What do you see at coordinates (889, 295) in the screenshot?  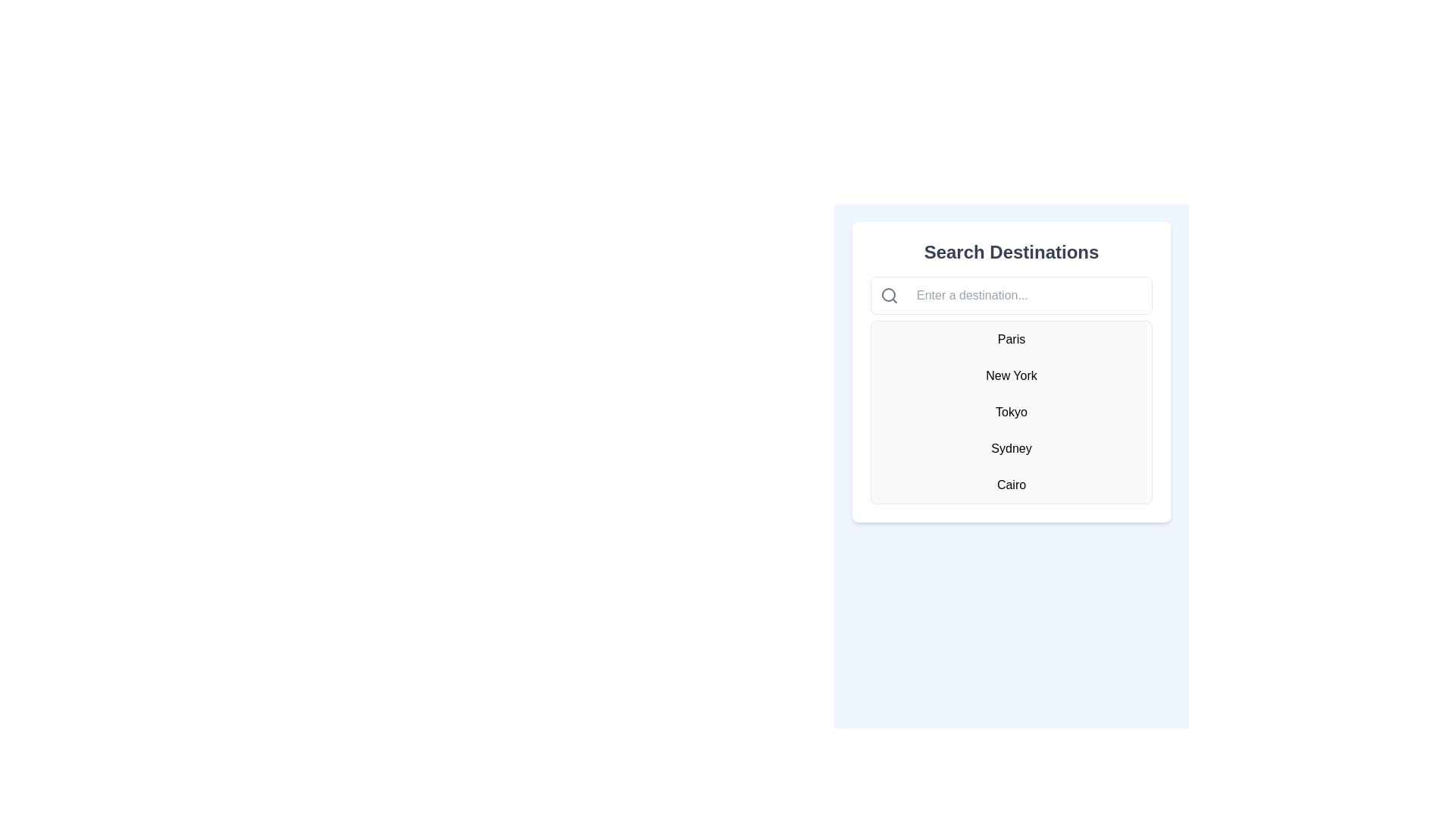 I see `the gray search icon, which is styled as a magnifying glass and positioned at the far-left side of the input box` at bounding box center [889, 295].